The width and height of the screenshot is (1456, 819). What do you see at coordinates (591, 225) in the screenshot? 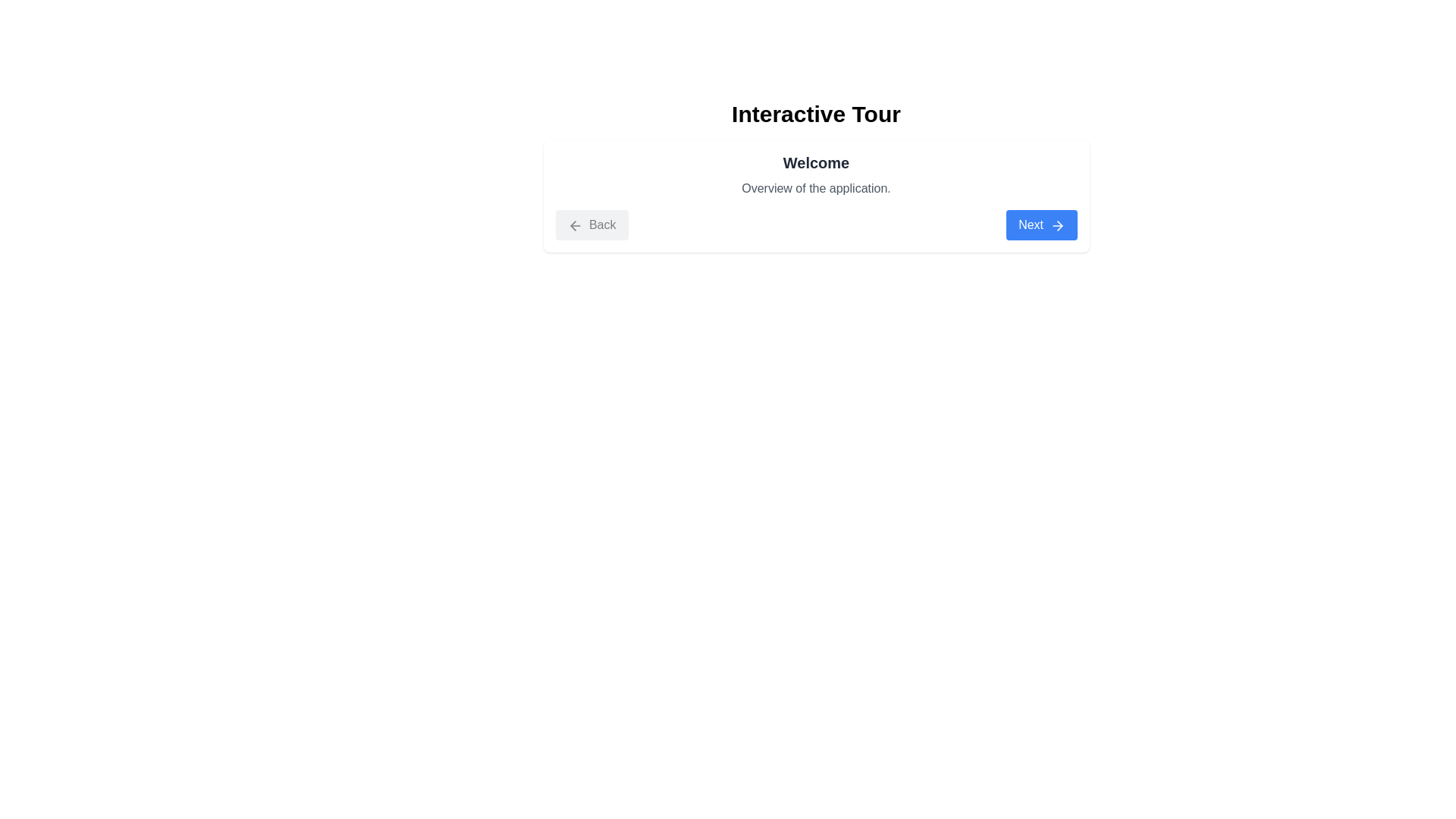
I see `the back navigation button located to the left of the 'Next' button in the top center of the interface` at bounding box center [591, 225].